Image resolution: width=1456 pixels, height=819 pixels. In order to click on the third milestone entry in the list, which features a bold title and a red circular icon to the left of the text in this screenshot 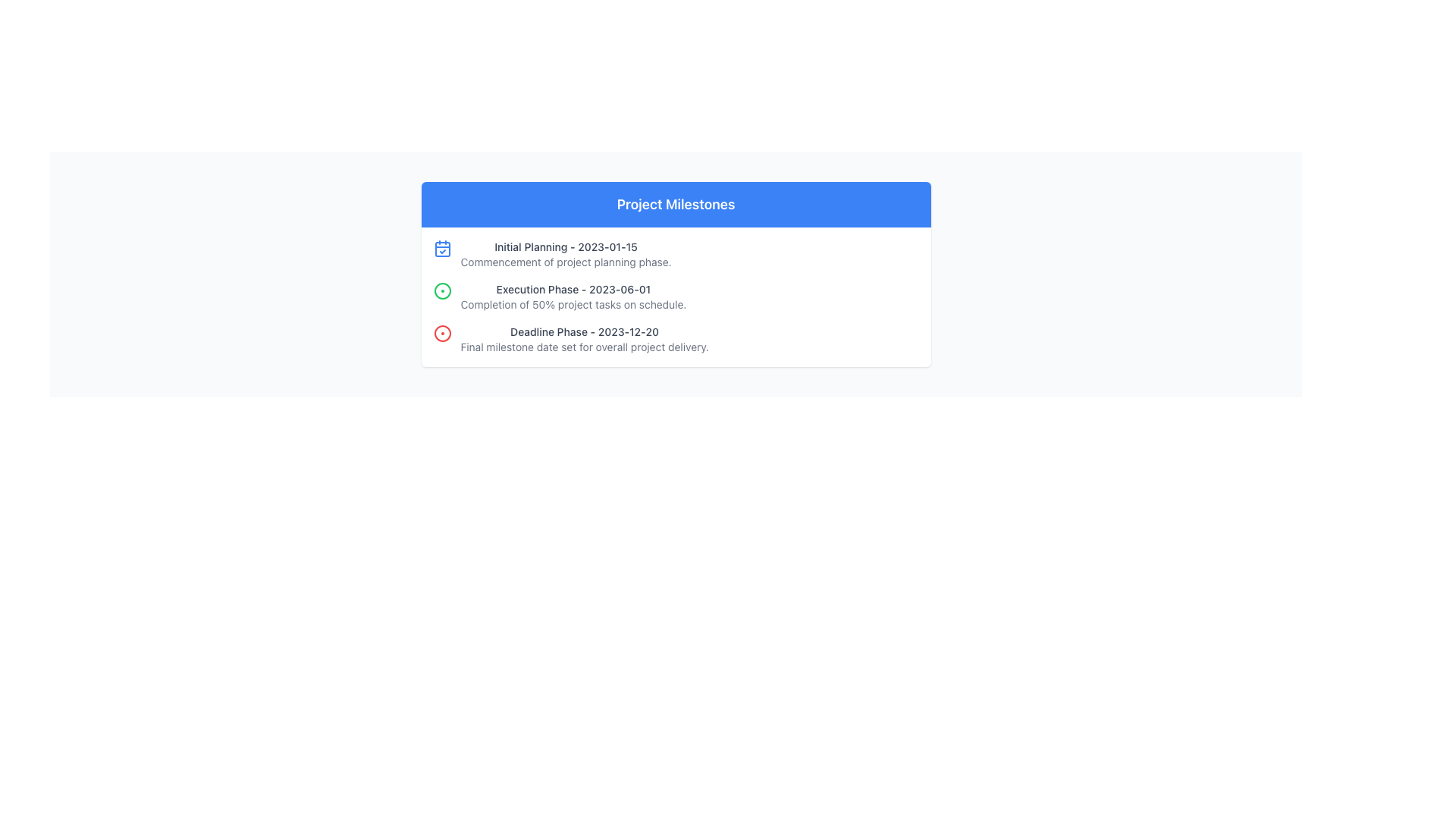, I will do `click(675, 338)`.